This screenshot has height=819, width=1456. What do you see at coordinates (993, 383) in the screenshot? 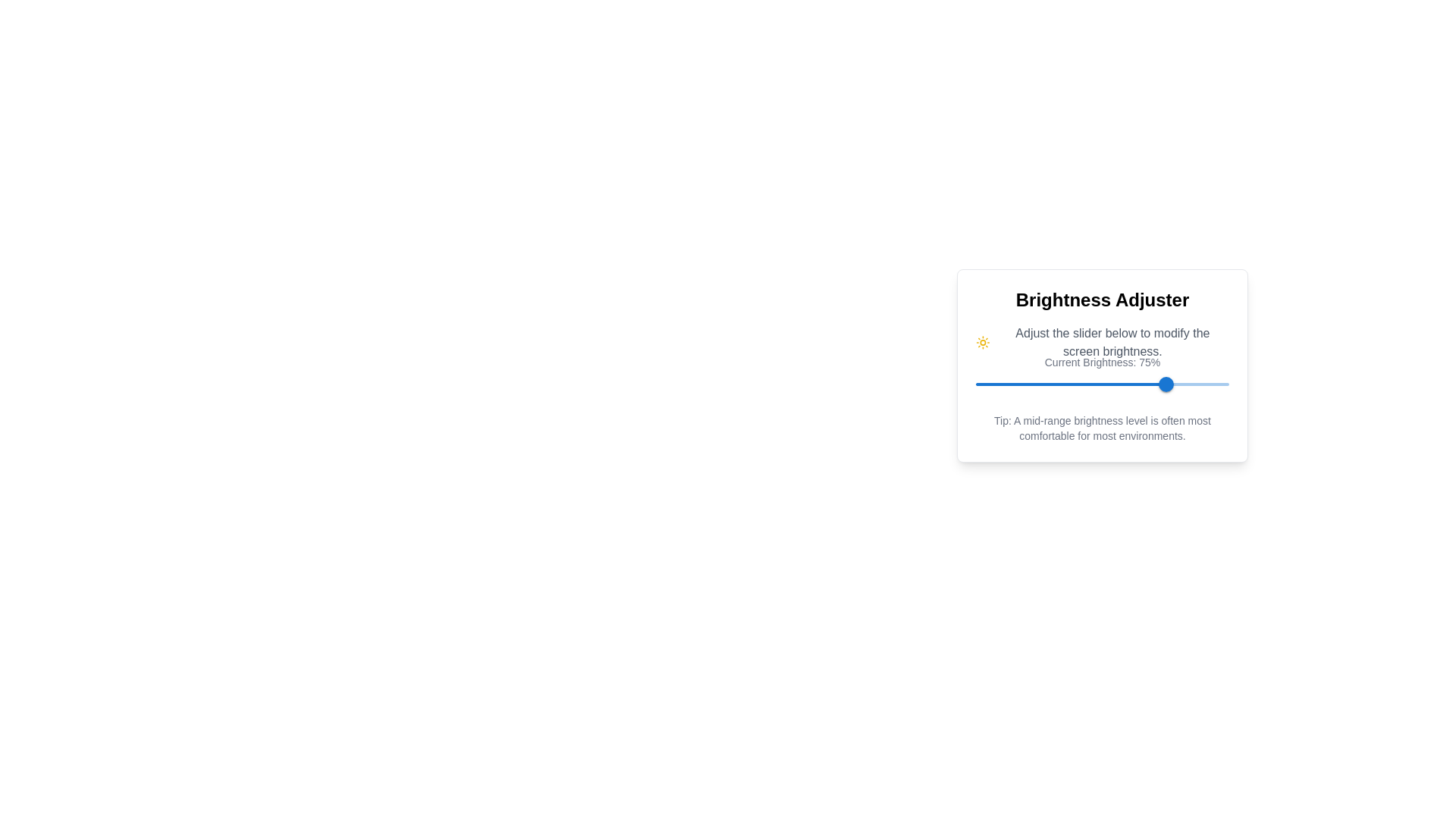
I see `the brightness` at bounding box center [993, 383].